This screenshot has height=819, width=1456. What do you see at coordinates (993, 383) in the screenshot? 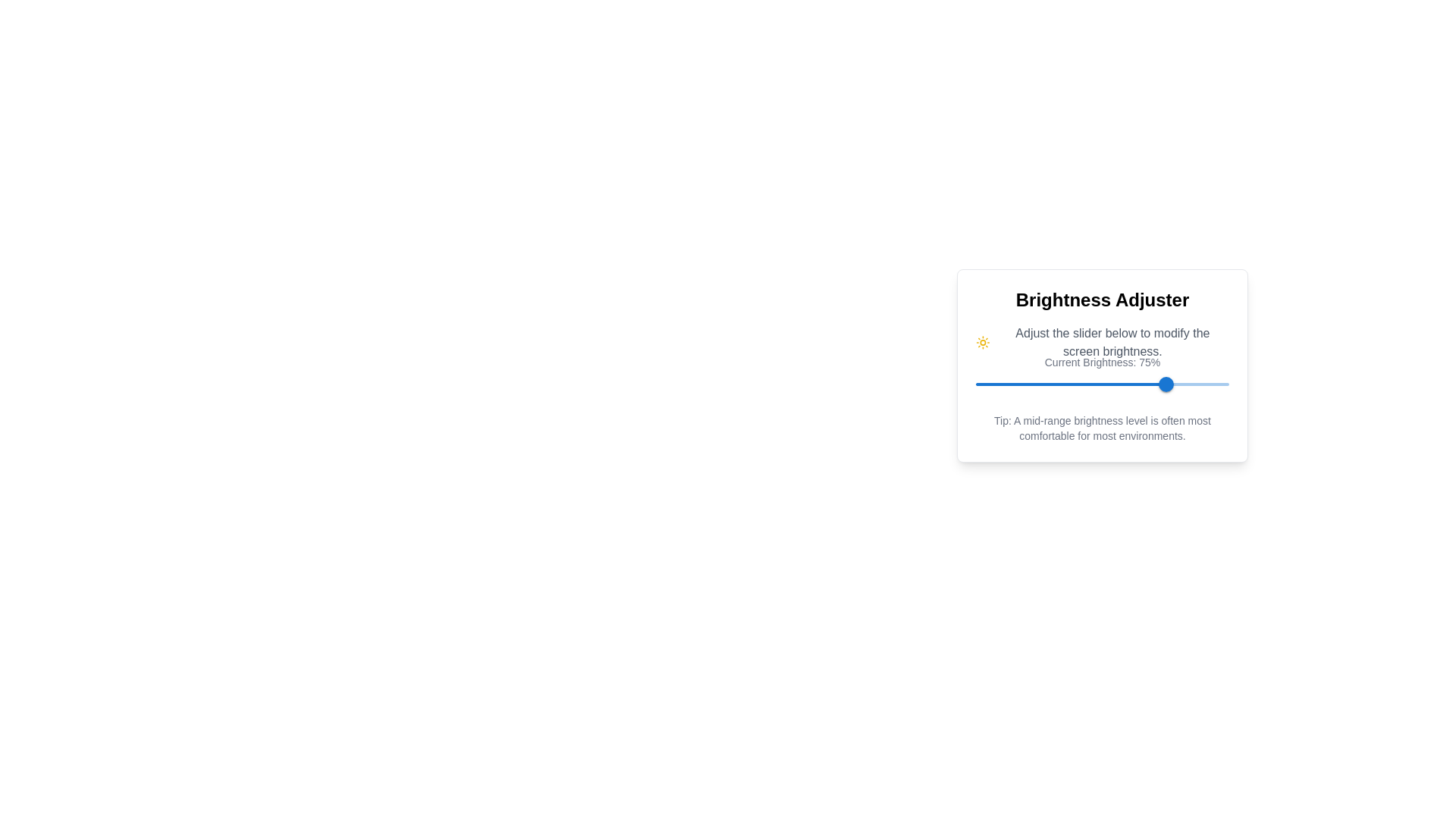
I see `the brightness` at bounding box center [993, 383].